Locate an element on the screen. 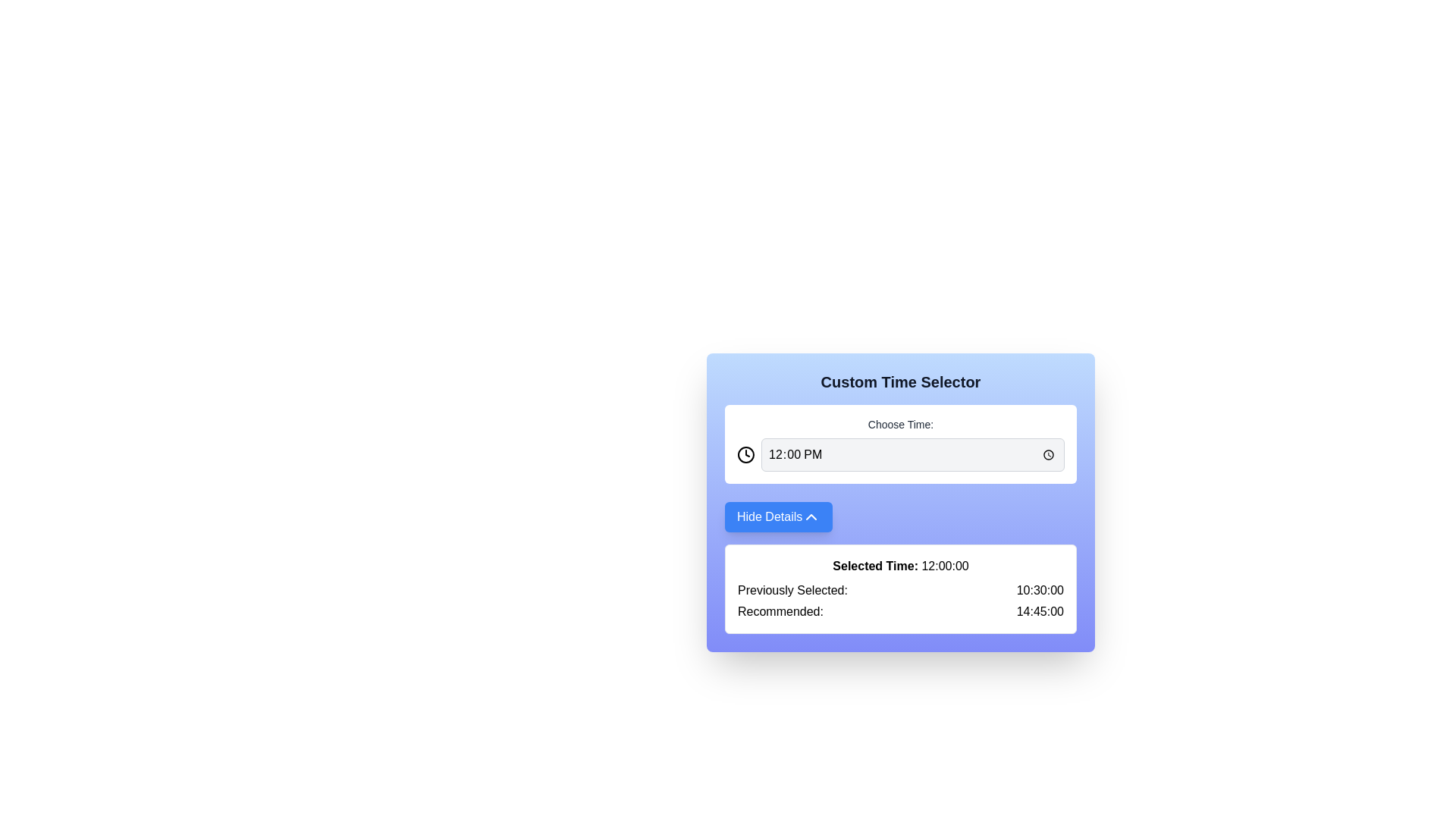 Image resolution: width=1456 pixels, height=819 pixels. the bold and large text label that reads 'Custom Time Selector', which is positioned at the top of the custom time selector interface is located at coordinates (901, 381).